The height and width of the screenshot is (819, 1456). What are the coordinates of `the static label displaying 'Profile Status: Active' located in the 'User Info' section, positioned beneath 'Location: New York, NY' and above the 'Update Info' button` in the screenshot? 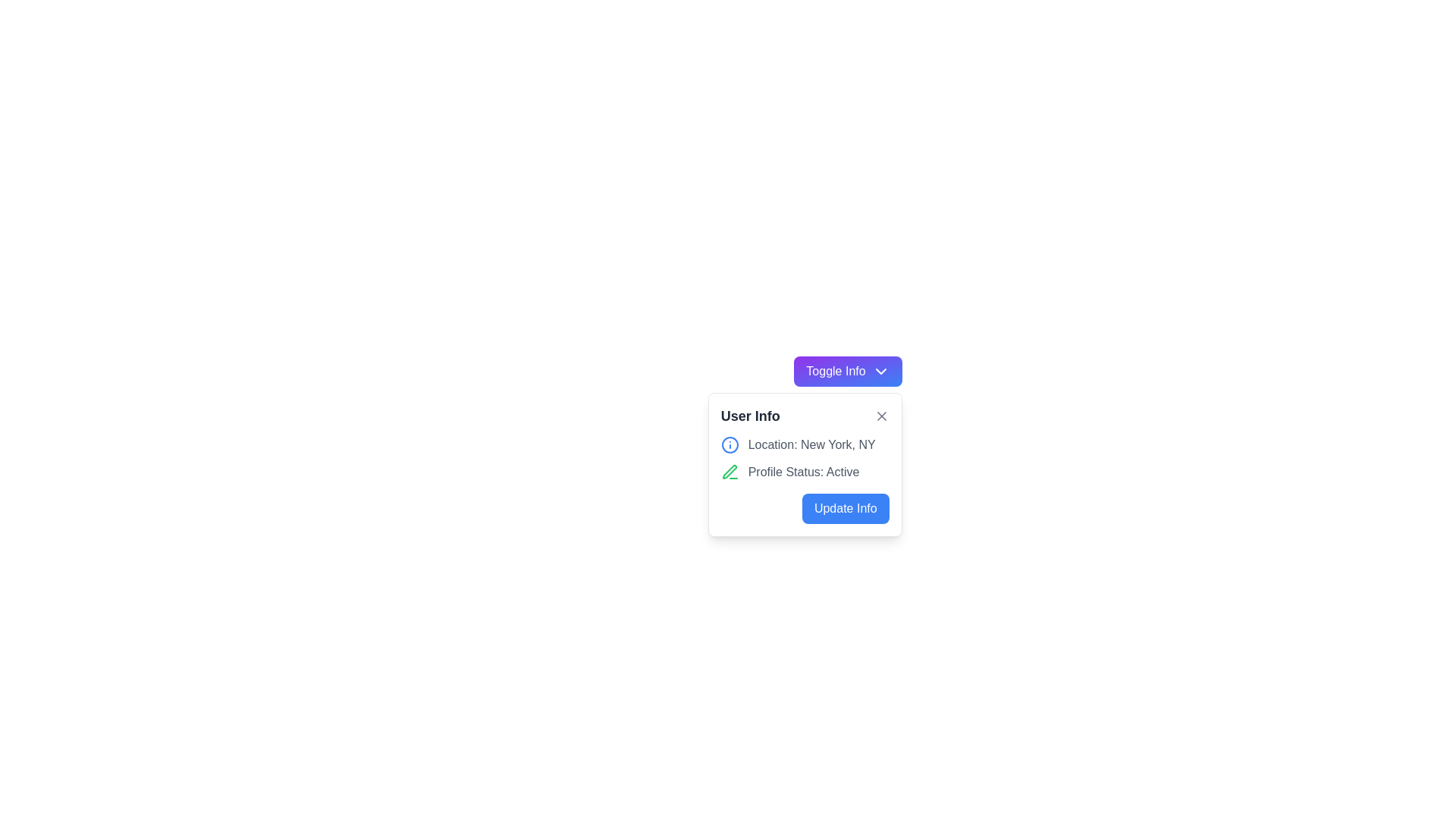 It's located at (803, 472).